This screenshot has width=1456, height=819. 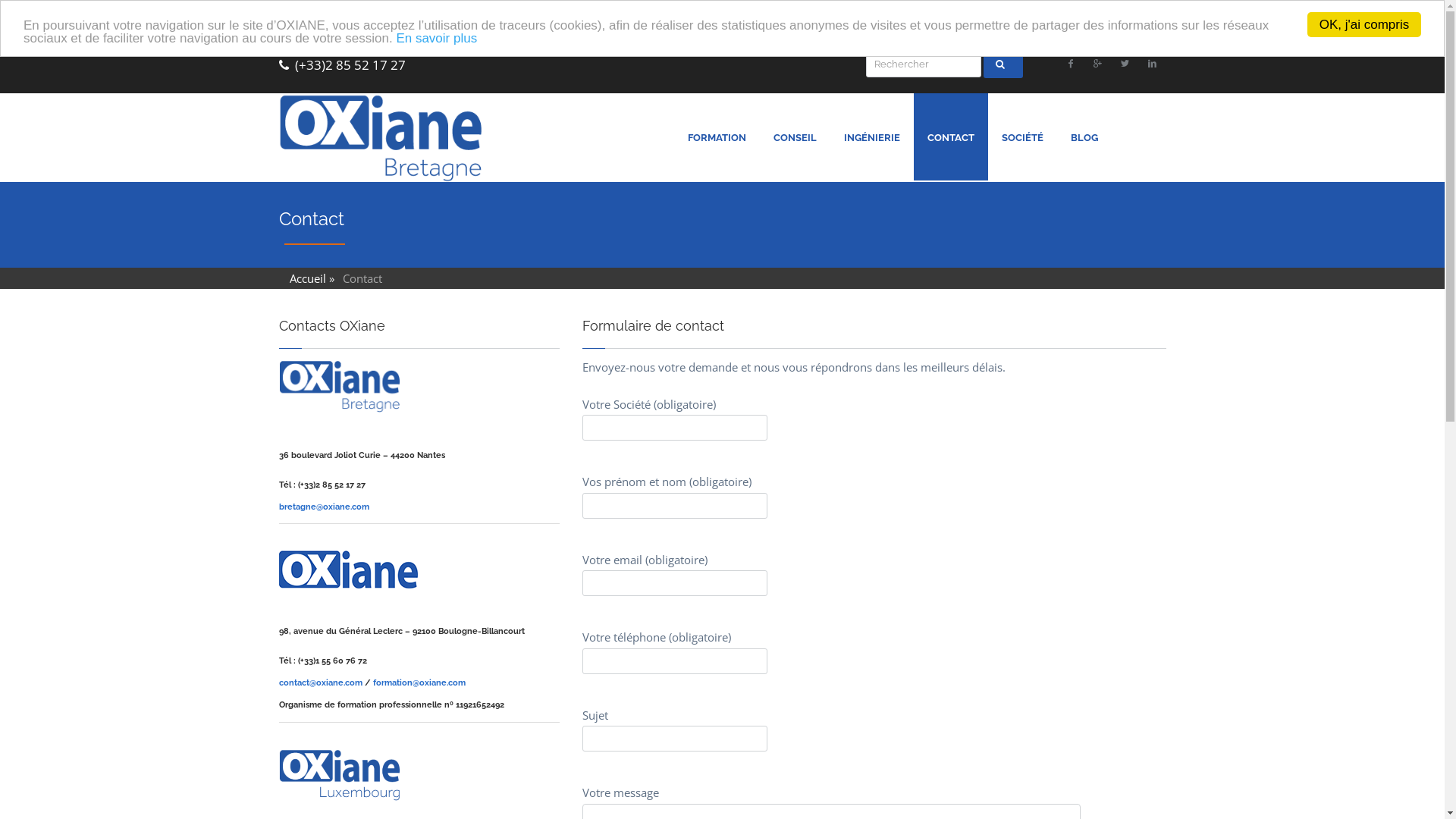 What do you see at coordinates (949, 156) in the screenshot?
I see `'CONTACT'` at bounding box center [949, 156].